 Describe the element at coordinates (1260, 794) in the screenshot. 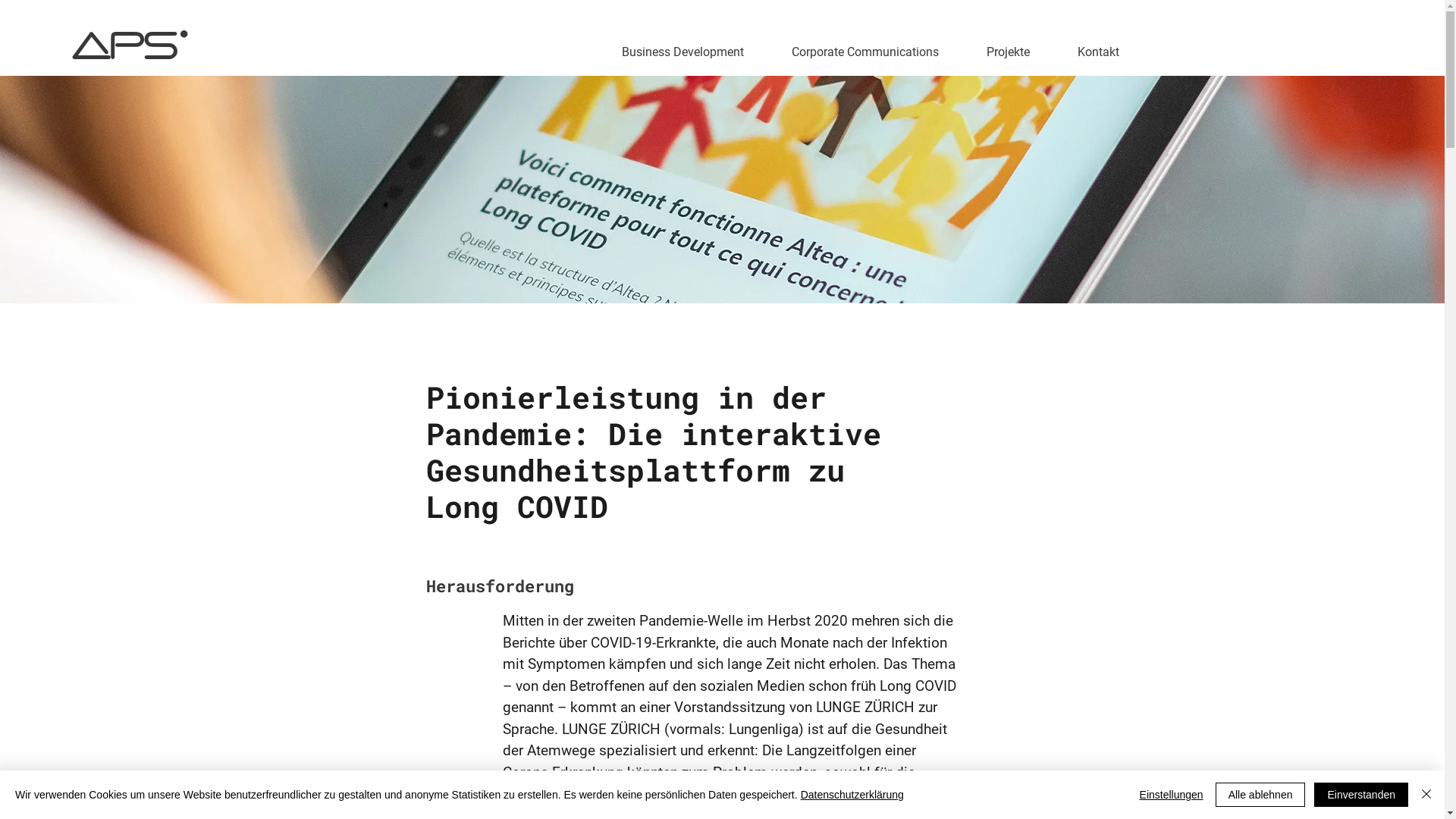

I see `'Alle ablehnen'` at that location.